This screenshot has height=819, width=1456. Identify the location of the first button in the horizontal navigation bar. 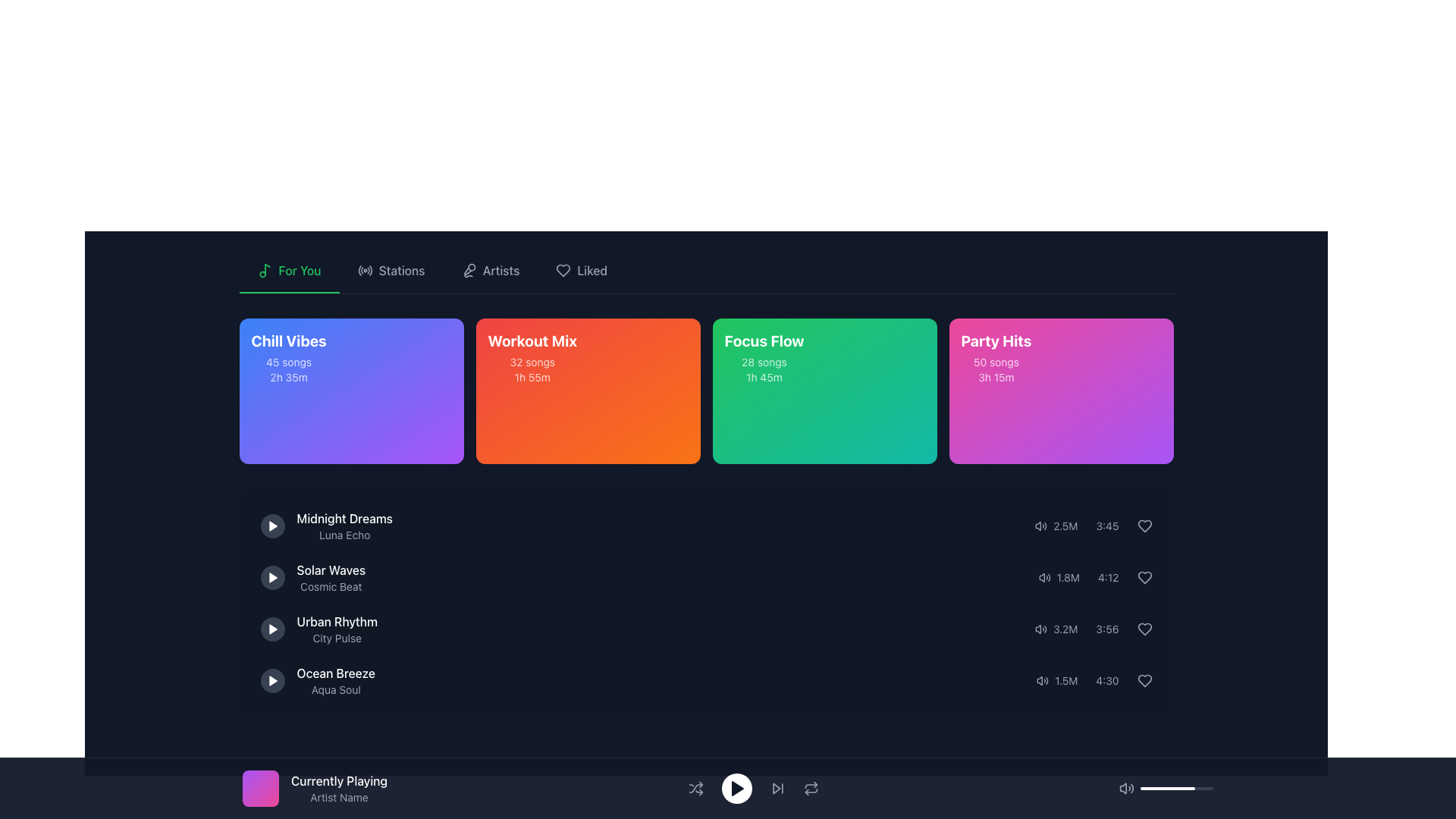
(289, 271).